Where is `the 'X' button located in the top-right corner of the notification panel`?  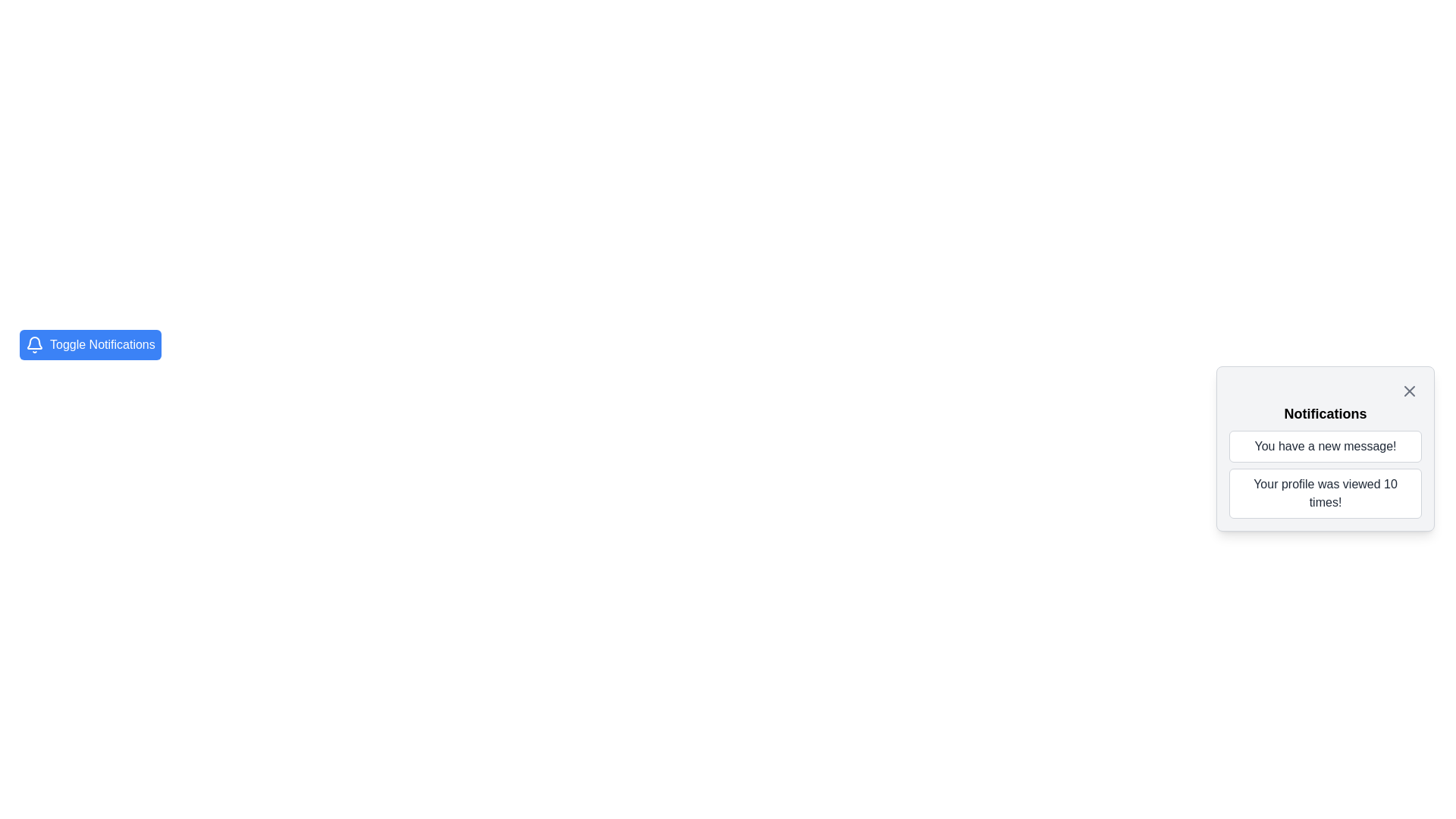
the 'X' button located in the top-right corner of the notification panel is located at coordinates (1408, 391).